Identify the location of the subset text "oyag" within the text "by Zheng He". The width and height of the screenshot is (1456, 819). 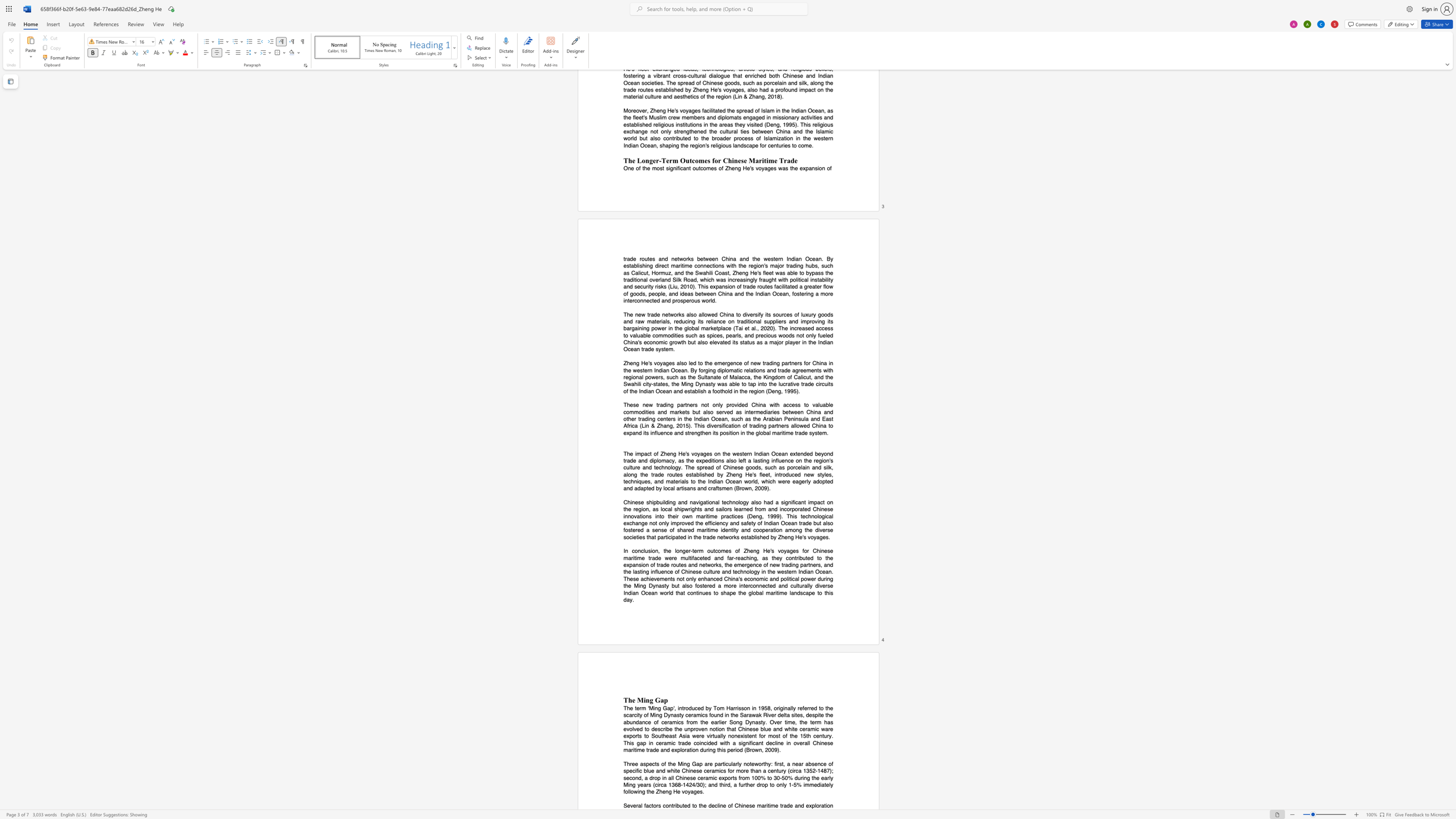
(811, 536).